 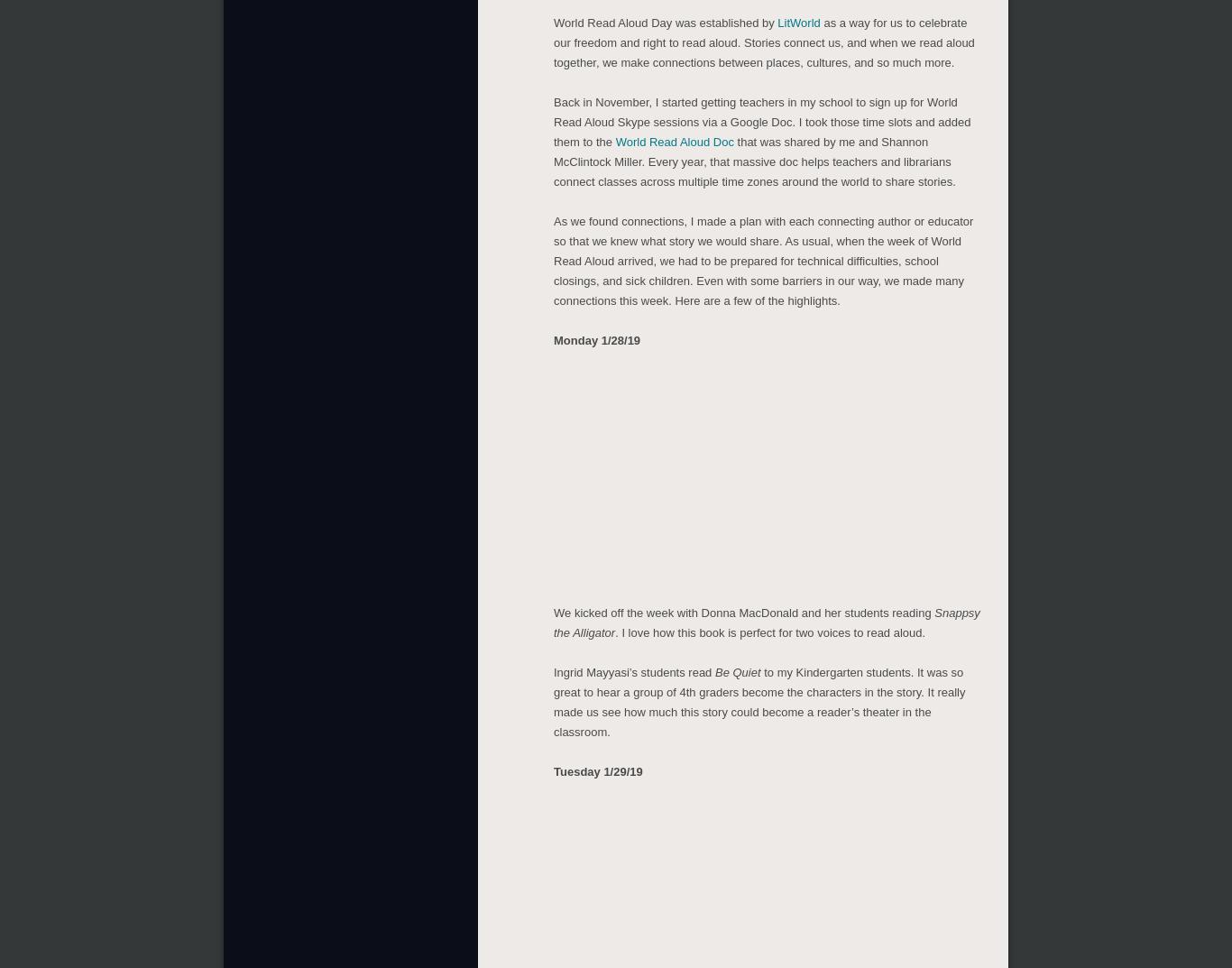 I want to click on 'as a way for us to celebrate our freedom and right to read aloud. Stories connect us, and when we read aloud together, we make connections between places, cultures, and so much more.', so click(x=553, y=38).